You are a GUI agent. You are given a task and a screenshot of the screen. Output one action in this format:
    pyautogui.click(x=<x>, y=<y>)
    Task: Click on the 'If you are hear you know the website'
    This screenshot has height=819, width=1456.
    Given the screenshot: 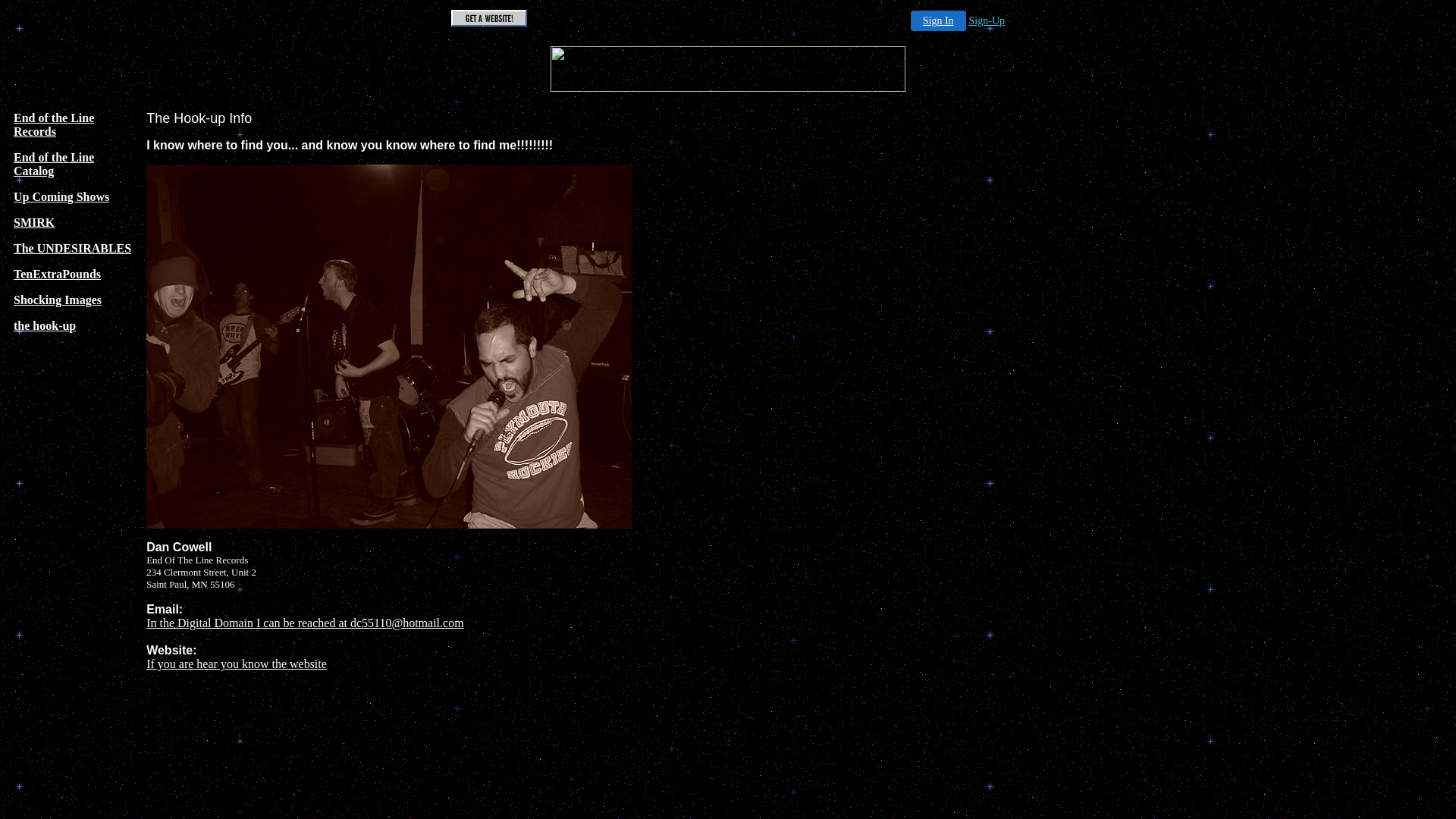 What is the action you would take?
    pyautogui.click(x=236, y=663)
    